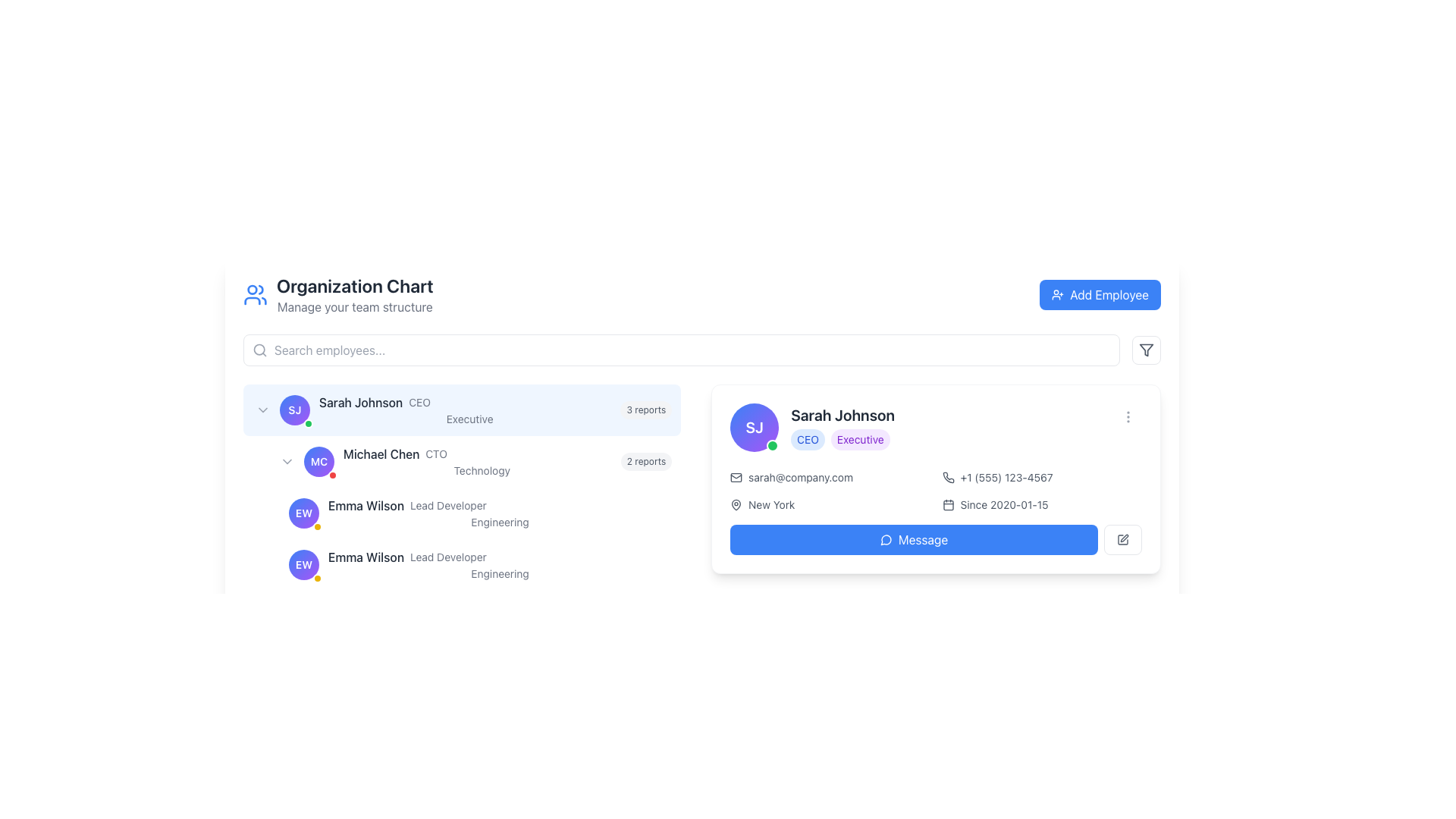  Describe the element at coordinates (646, 461) in the screenshot. I see `the informational badge indicating the number of reports associated with 'Michael Chen CTO', located to the right of the 'Technology' label` at that location.